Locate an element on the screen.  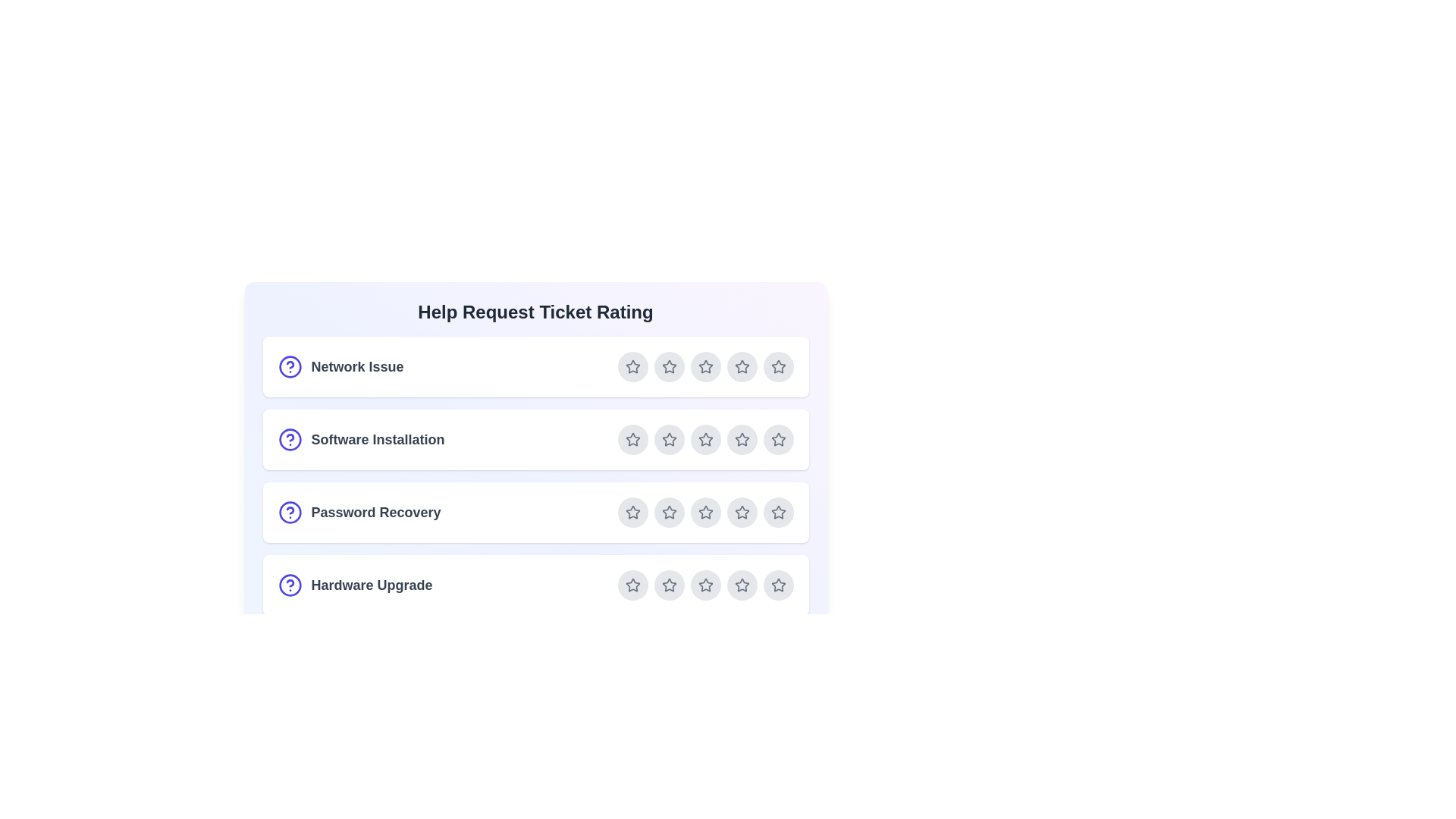
the star corresponding to 2 for the ticket Hardware Upgrade is located at coordinates (668, 584).